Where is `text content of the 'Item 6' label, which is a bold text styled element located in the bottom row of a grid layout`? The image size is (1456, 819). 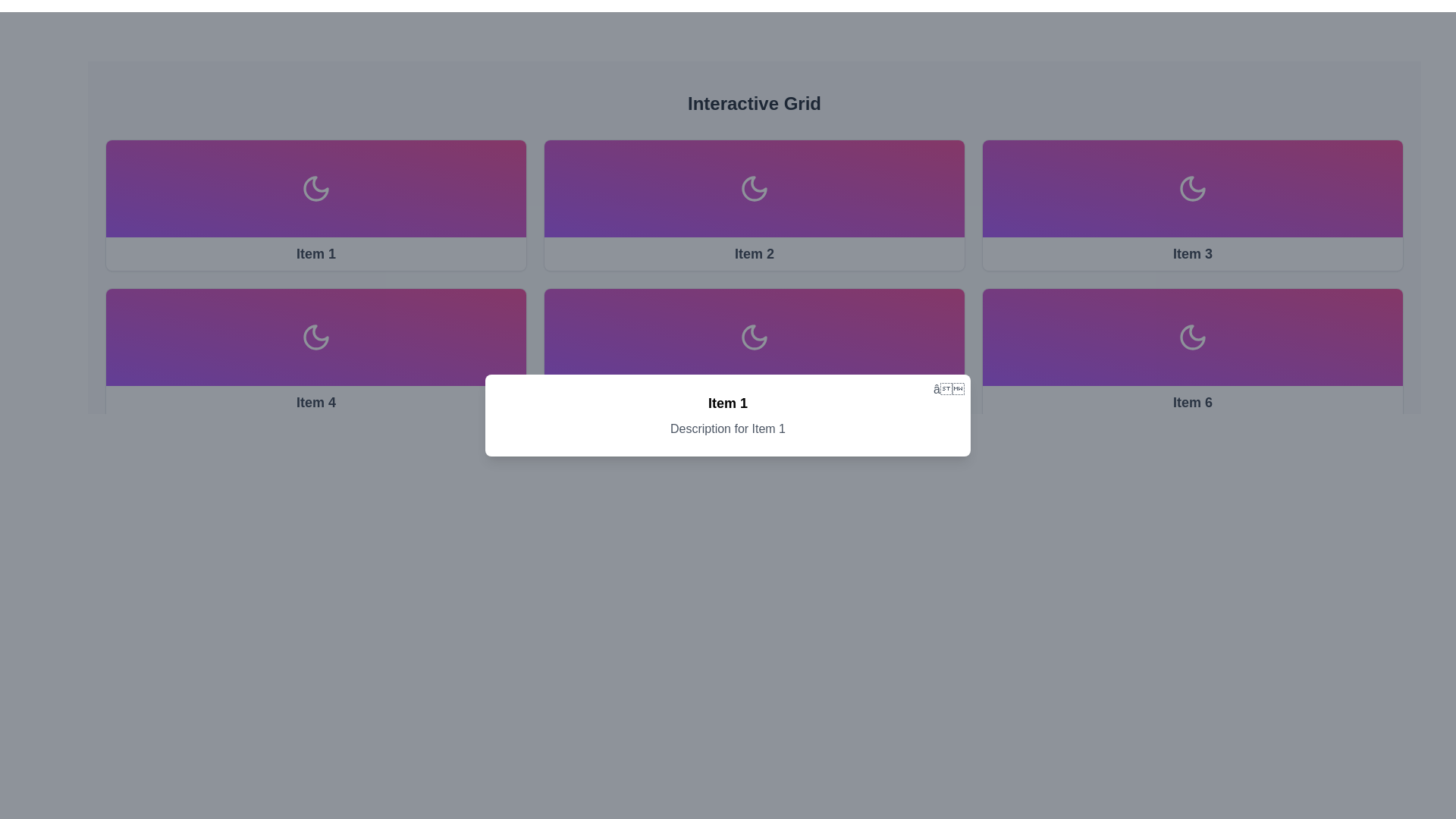 text content of the 'Item 6' label, which is a bold text styled element located in the bottom row of a grid layout is located at coordinates (1192, 402).